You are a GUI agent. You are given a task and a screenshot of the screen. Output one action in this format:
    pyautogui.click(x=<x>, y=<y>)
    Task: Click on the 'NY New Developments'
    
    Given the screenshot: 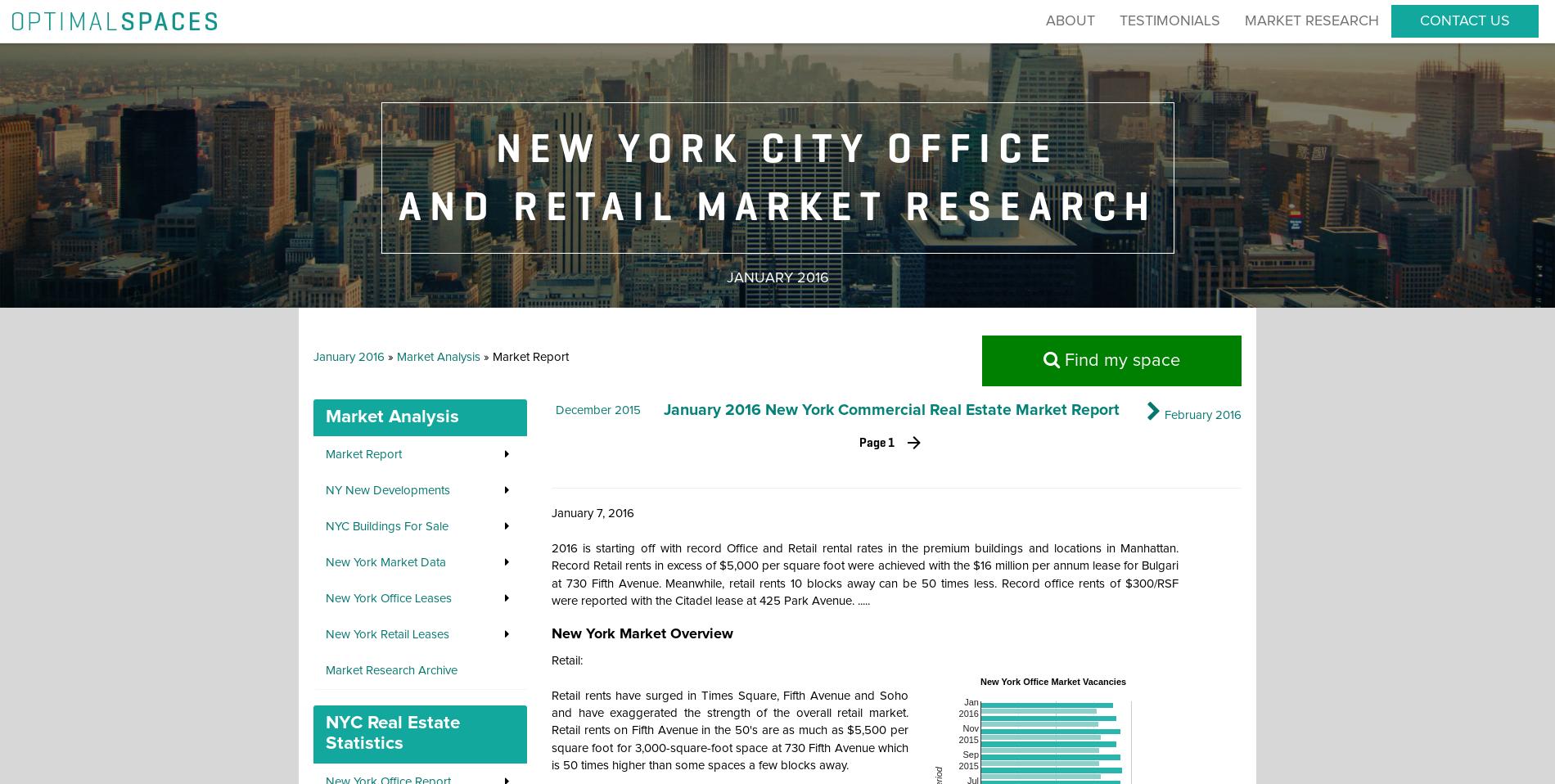 What is the action you would take?
    pyautogui.click(x=325, y=490)
    